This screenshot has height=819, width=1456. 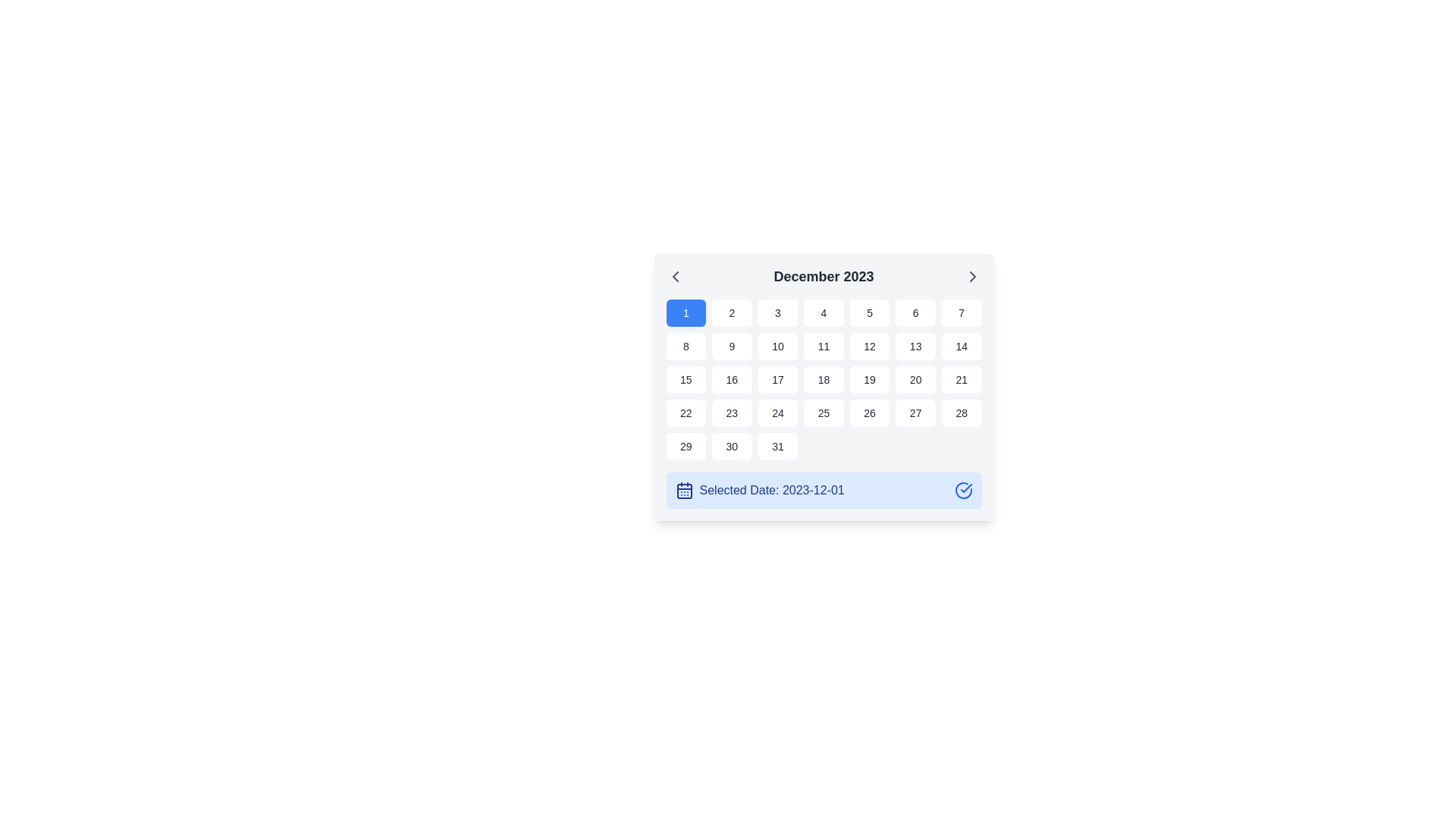 I want to click on the day 18 button in the calendar view, so click(x=823, y=379).